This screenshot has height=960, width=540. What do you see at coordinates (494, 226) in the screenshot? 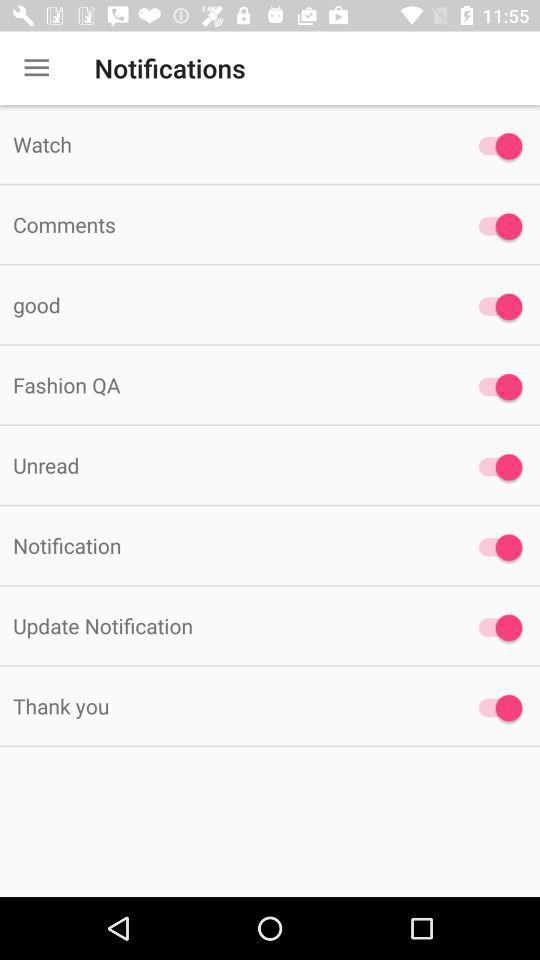
I see `turn comments on/off` at bounding box center [494, 226].